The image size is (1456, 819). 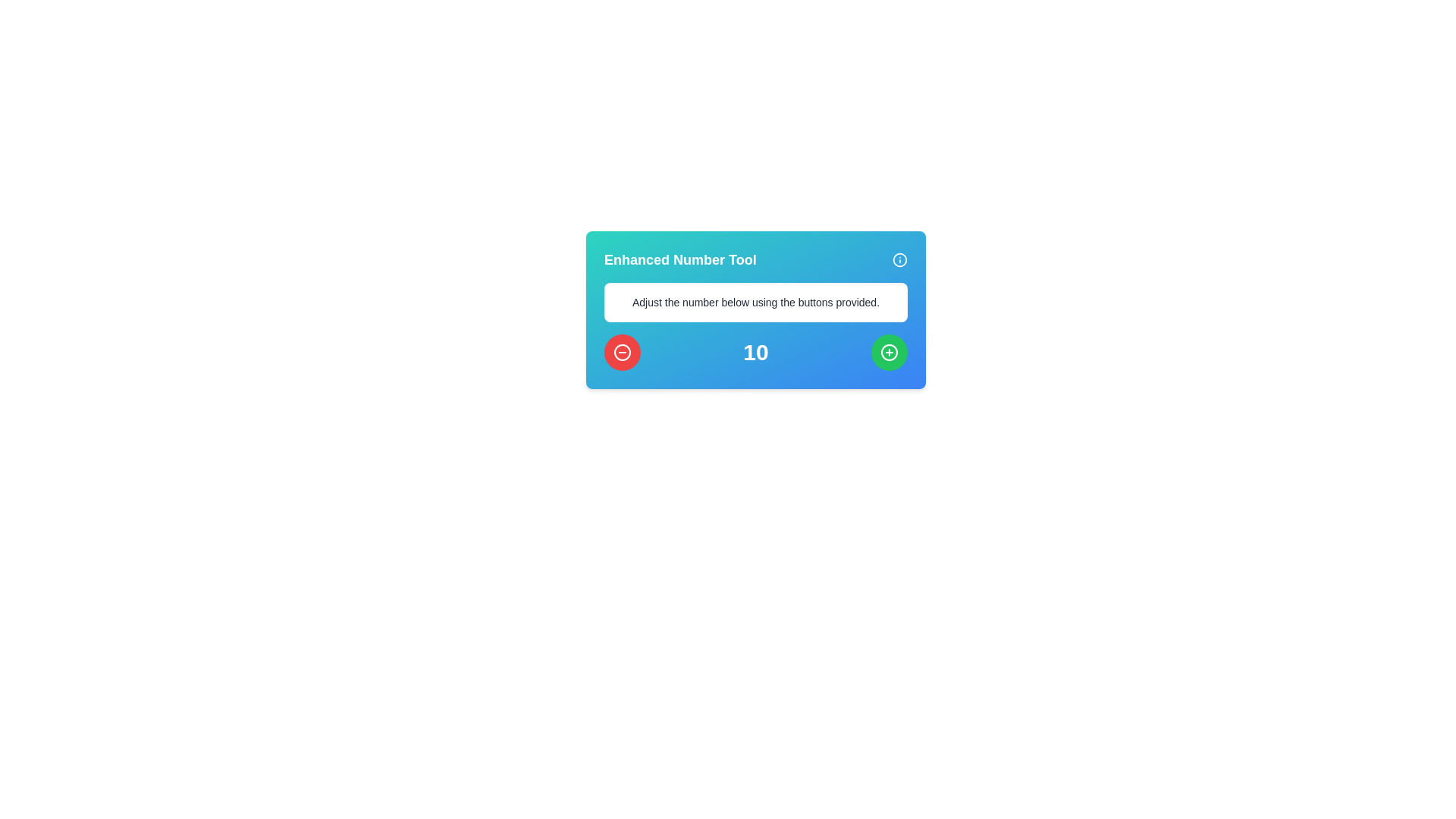 I want to click on the numerical value display located centrally between a red button on the left and a green button on the right, so click(x=756, y=353).